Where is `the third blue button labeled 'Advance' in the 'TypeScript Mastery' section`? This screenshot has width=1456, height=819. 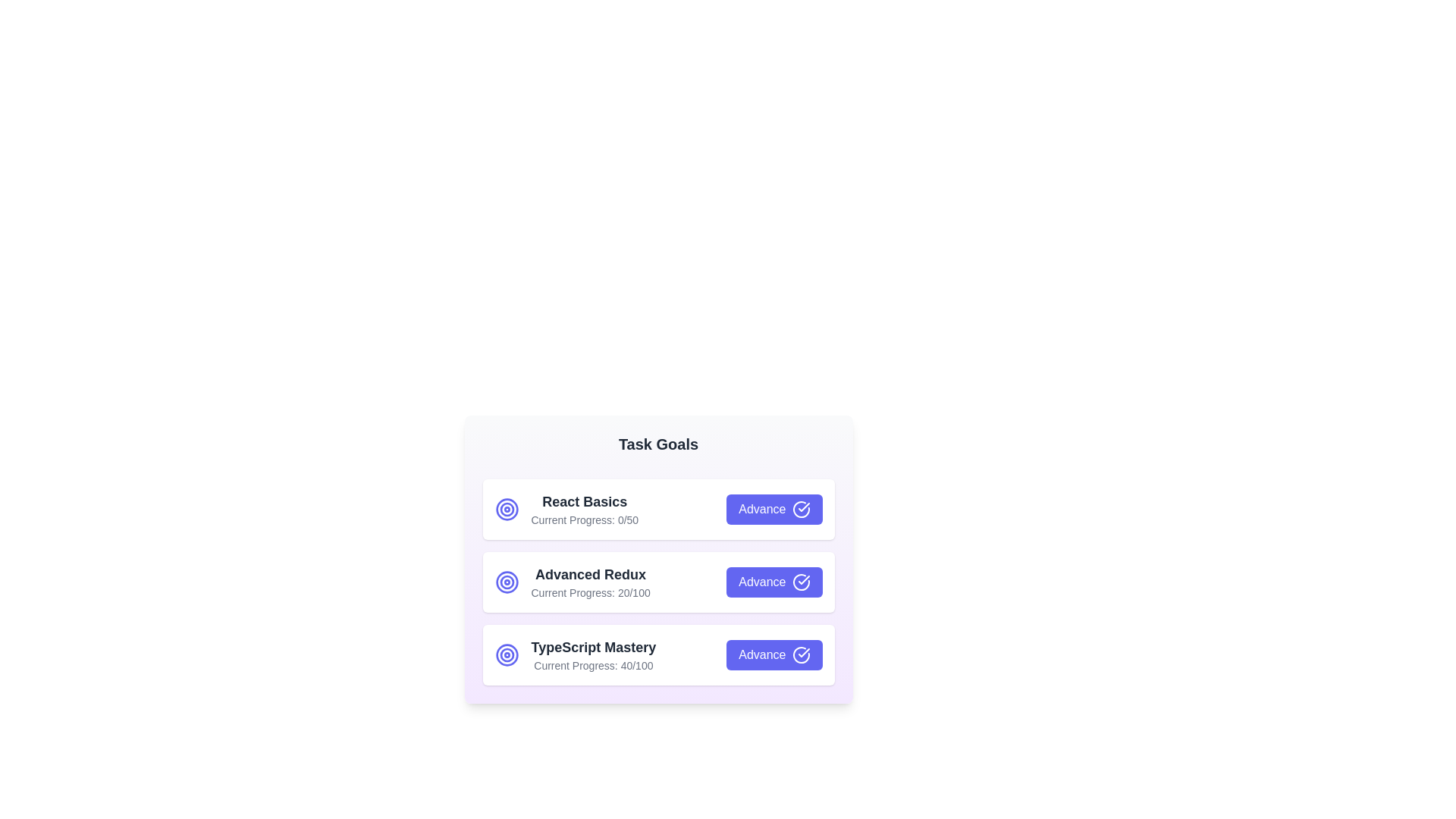 the third blue button labeled 'Advance' in the 'TypeScript Mastery' section is located at coordinates (774, 654).